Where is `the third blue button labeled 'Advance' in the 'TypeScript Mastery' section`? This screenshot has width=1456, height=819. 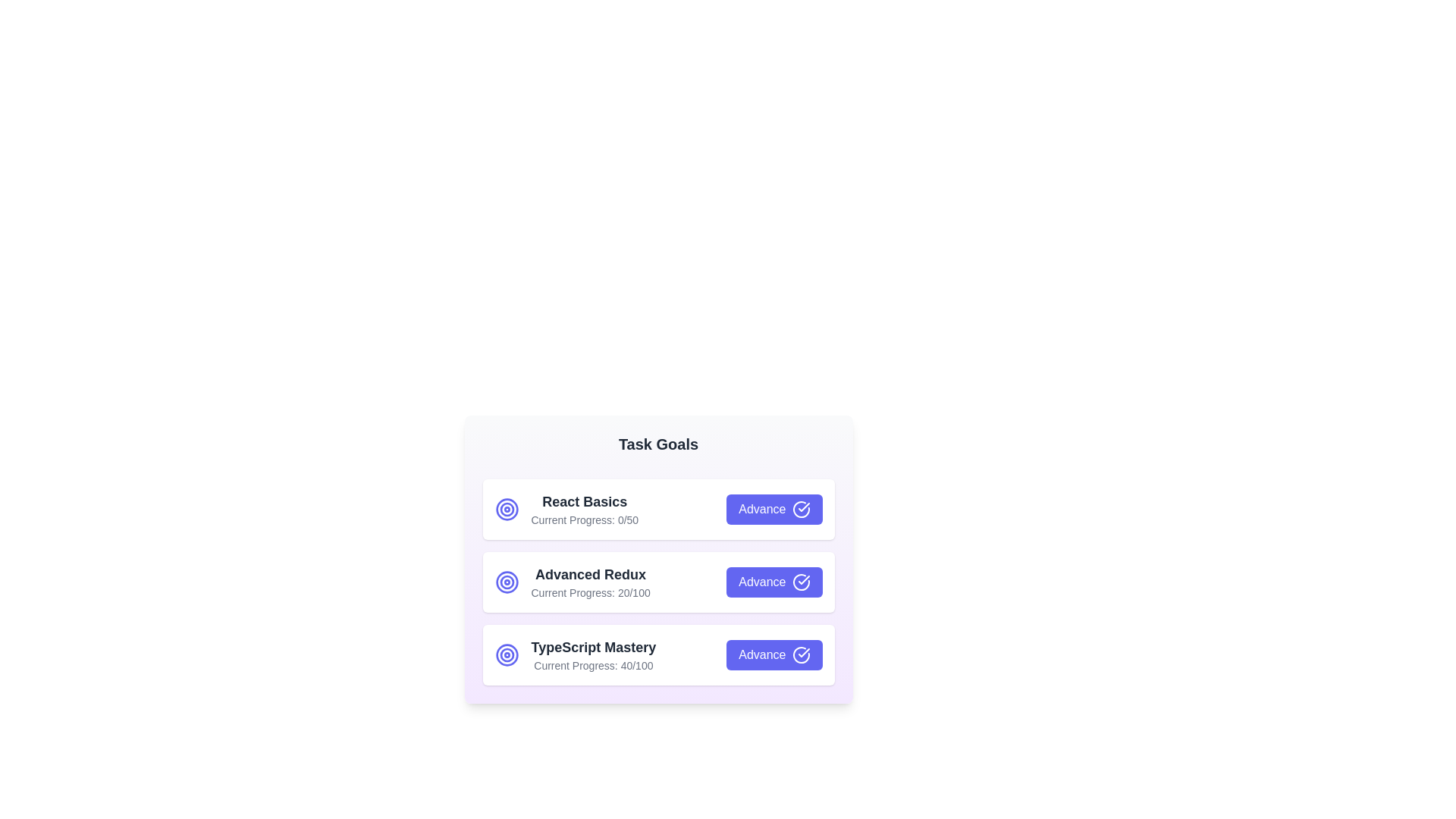 the third blue button labeled 'Advance' in the 'TypeScript Mastery' section is located at coordinates (774, 654).